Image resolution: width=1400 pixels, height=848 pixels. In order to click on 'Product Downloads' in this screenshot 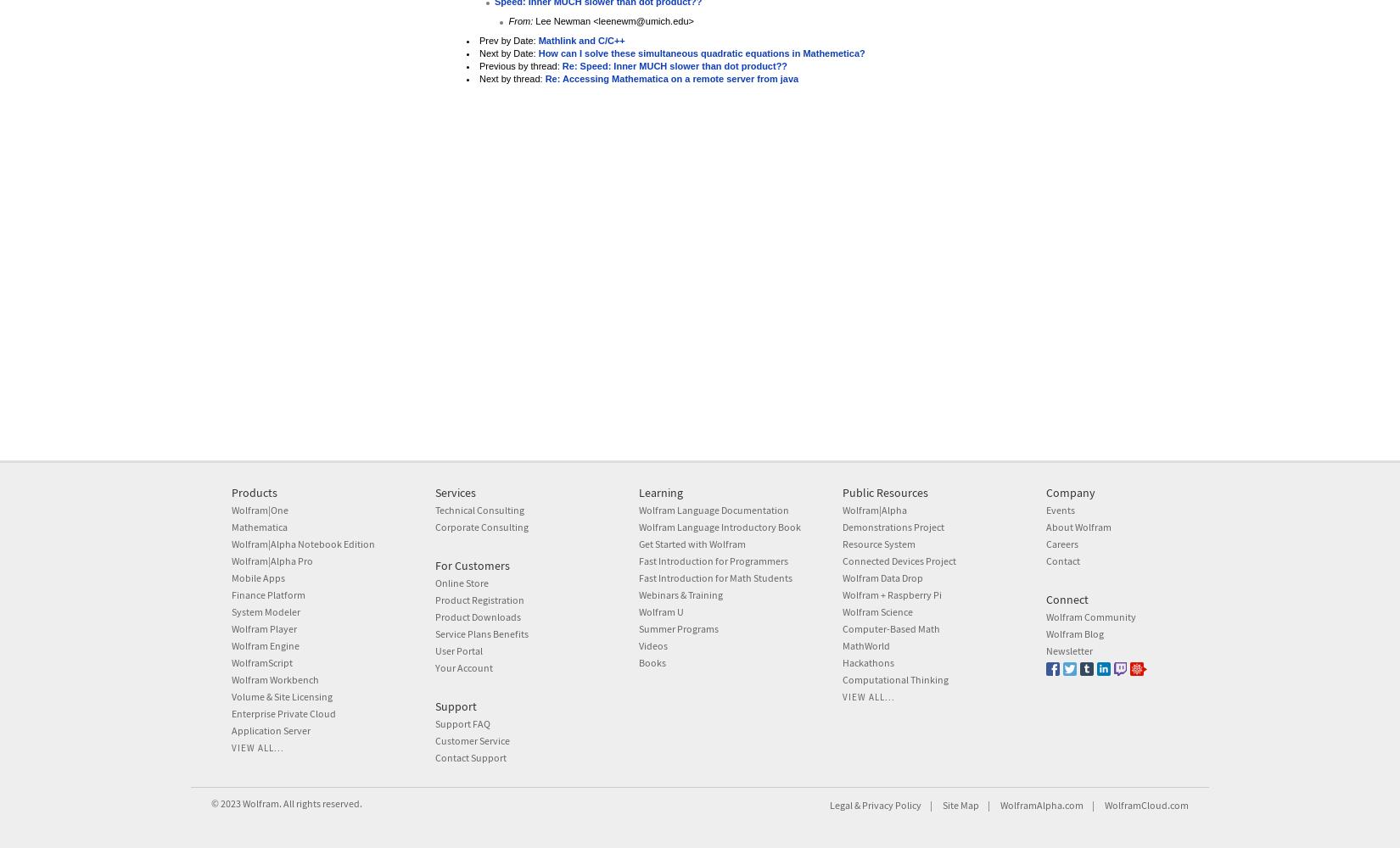, I will do `click(434, 615)`.